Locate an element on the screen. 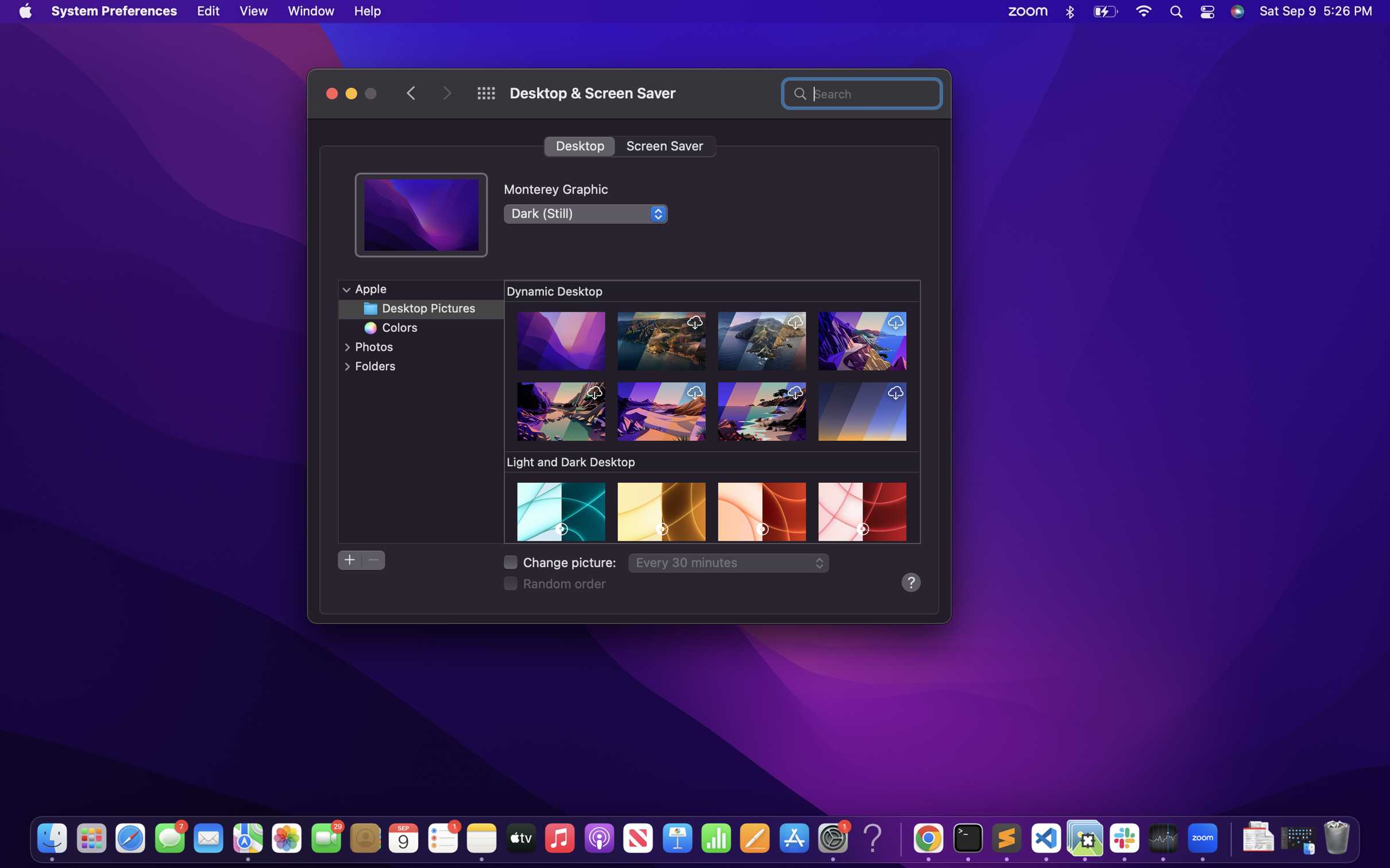 The width and height of the screenshot is (1390, 868). a color-themed desktop wallpaper is located at coordinates (423, 328).